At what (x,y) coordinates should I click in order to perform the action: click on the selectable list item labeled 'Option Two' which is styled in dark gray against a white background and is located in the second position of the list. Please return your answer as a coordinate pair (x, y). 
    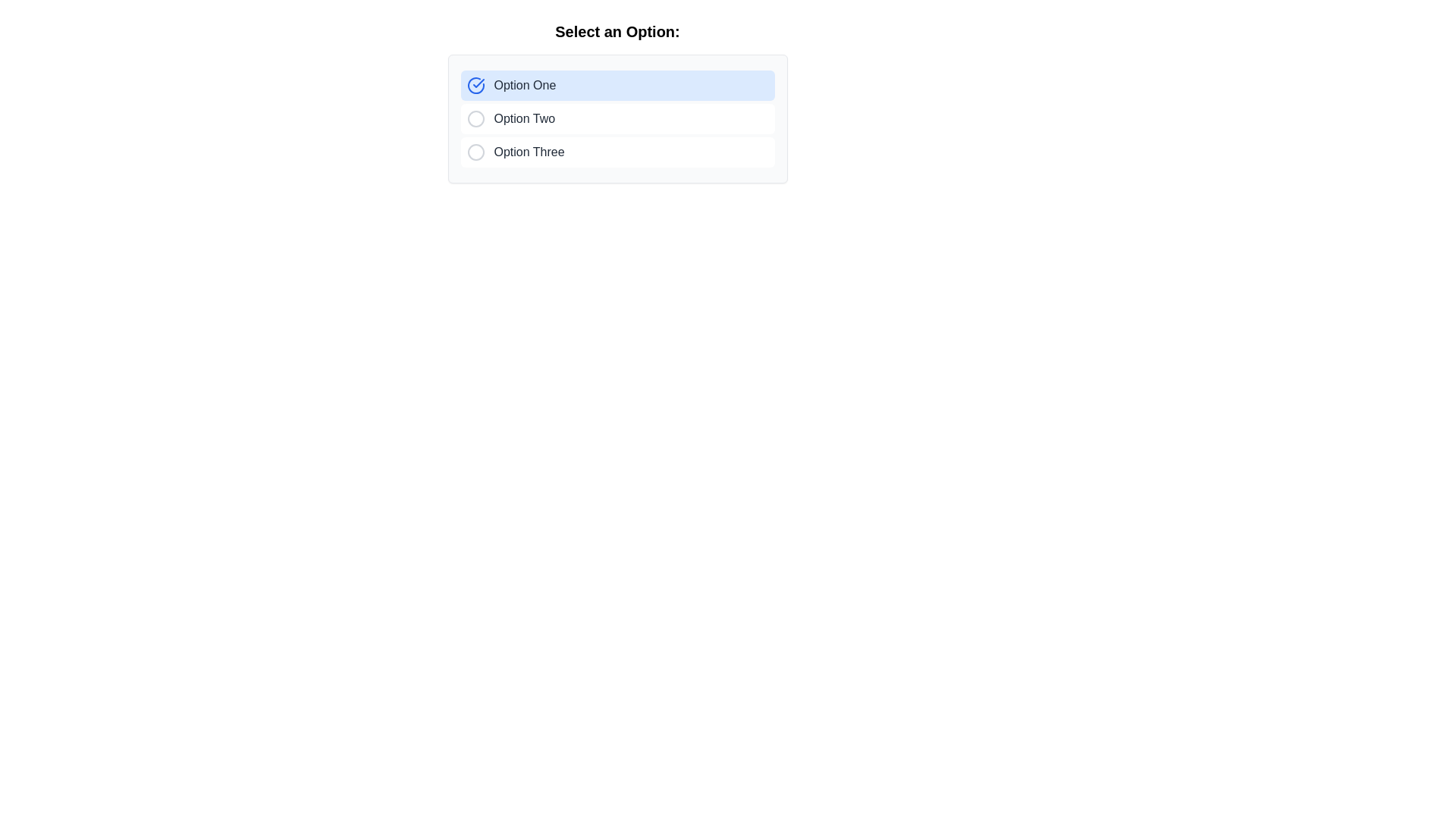
    Looking at the image, I should click on (617, 118).